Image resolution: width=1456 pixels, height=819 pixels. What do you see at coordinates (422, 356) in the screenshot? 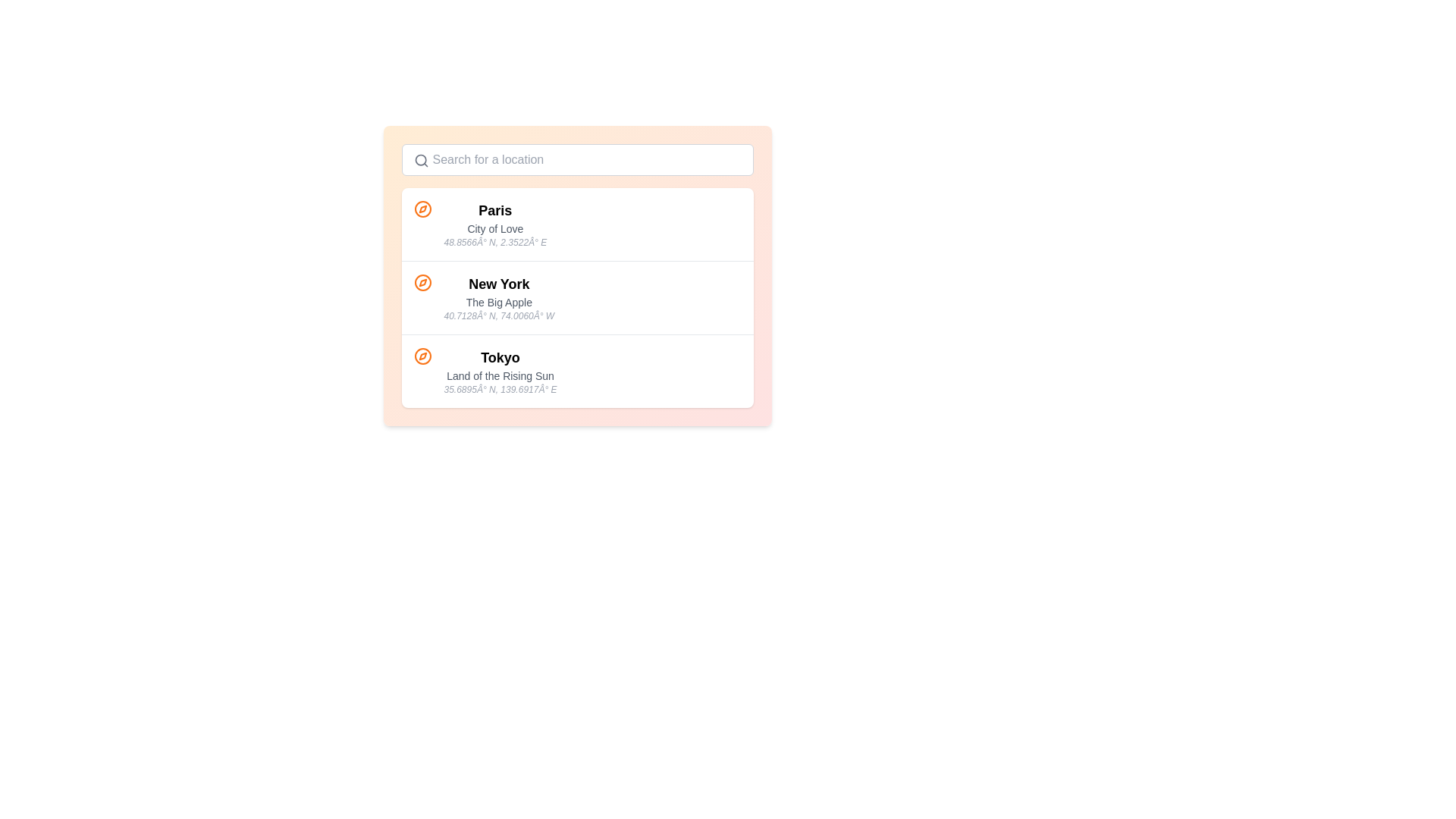
I see `the icon representing the 'Tokyo' location item, which is located to the left of the text 'Tokyo' in the third position of the scrolling view` at bounding box center [422, 356].